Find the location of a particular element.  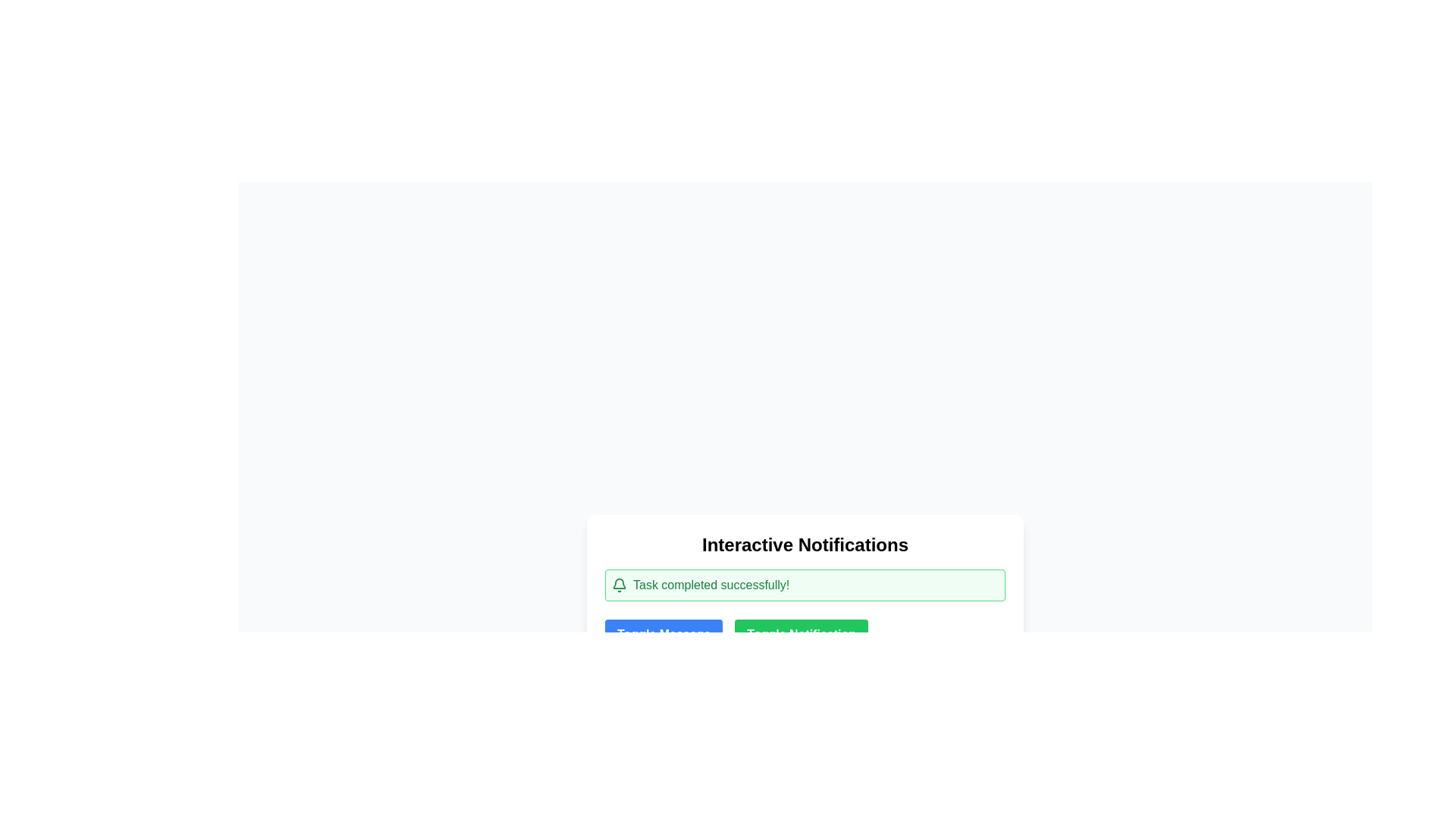

the text label that reads 'Task completed successfully!' which is rendered in green text on a light green background, located within a notification component to the right of a bell-shaped icon is located at coordinates (711, 584).